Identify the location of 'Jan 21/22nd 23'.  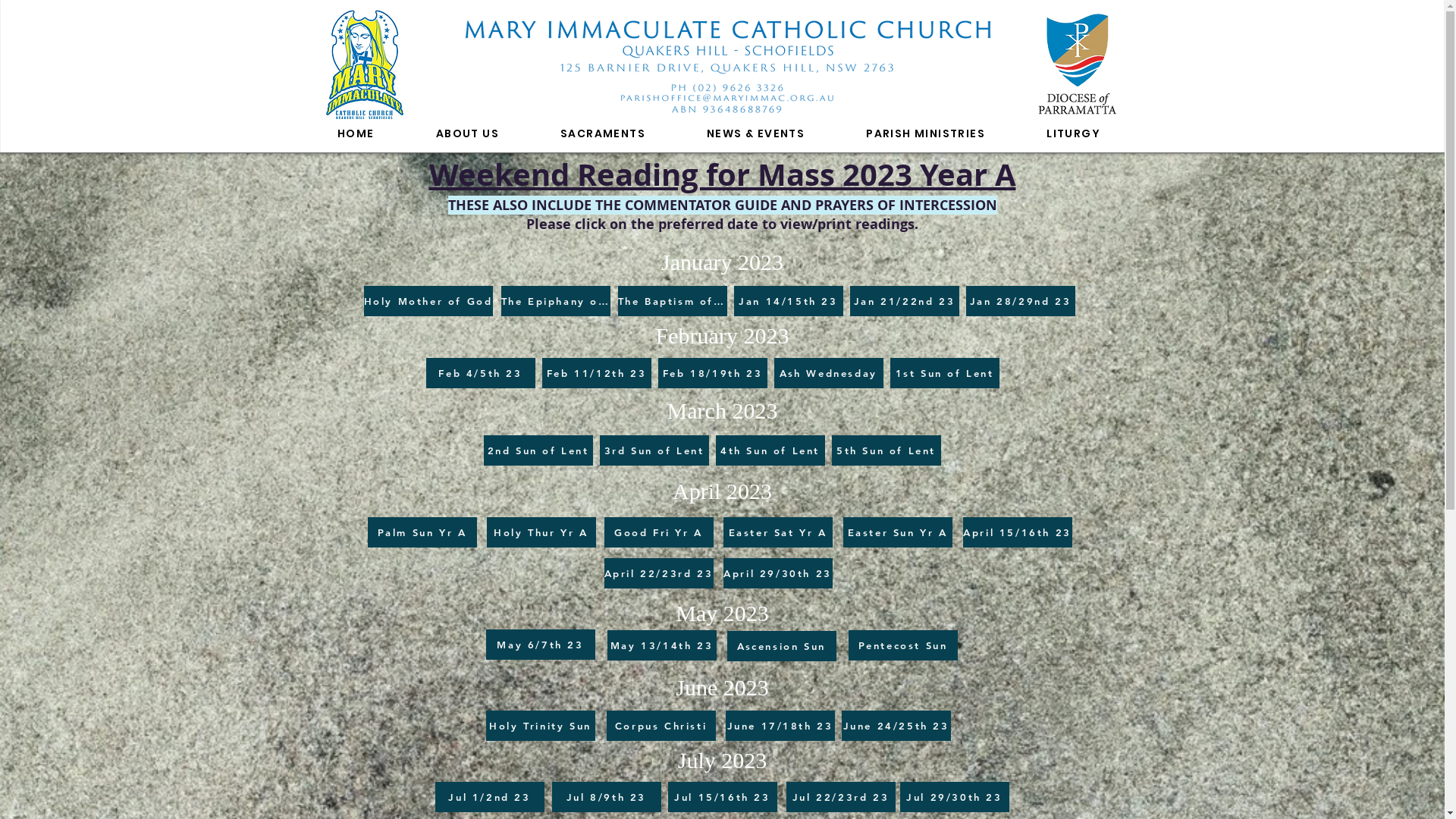
(903, 301).